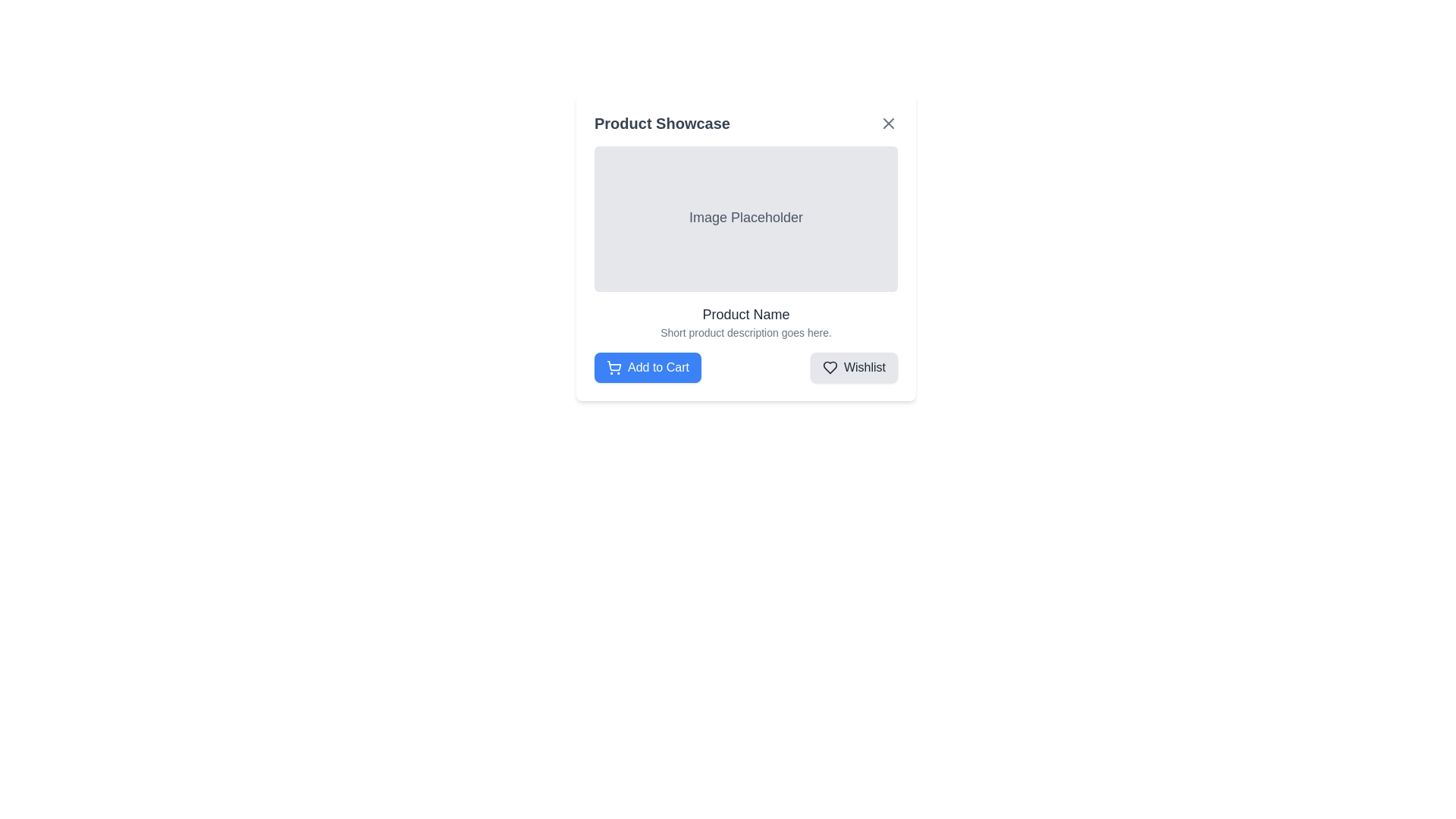  I want to click on text from the header label that specifies the name of the product, positioned at the top center of the product information card, so click(745, 314).